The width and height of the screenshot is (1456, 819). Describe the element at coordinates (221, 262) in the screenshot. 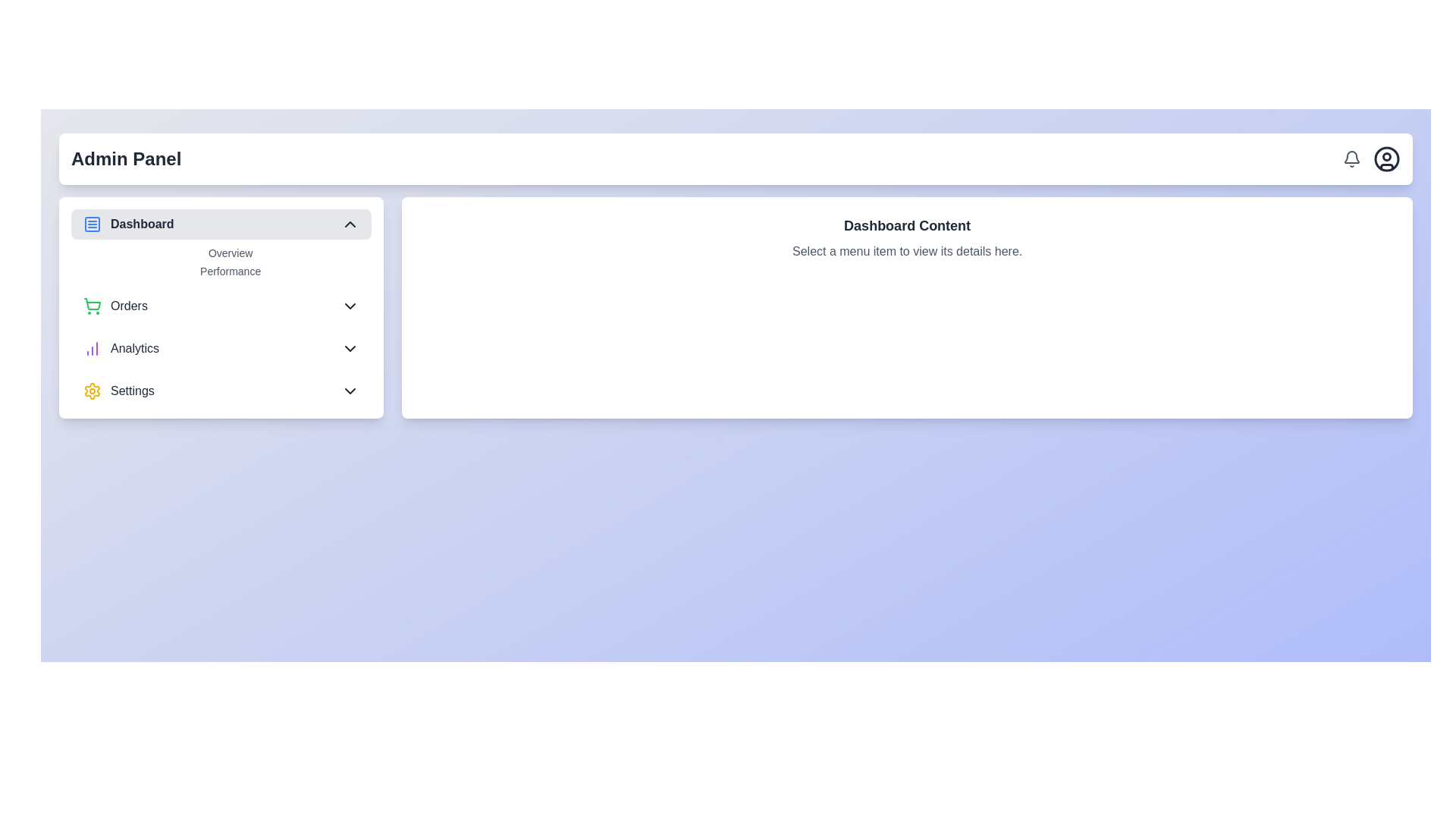

I see `the 'Overview' menu item located in the collapsible menu under the 'Dashboard' heading on the left-hand sidebar of the admin panel` at that location.